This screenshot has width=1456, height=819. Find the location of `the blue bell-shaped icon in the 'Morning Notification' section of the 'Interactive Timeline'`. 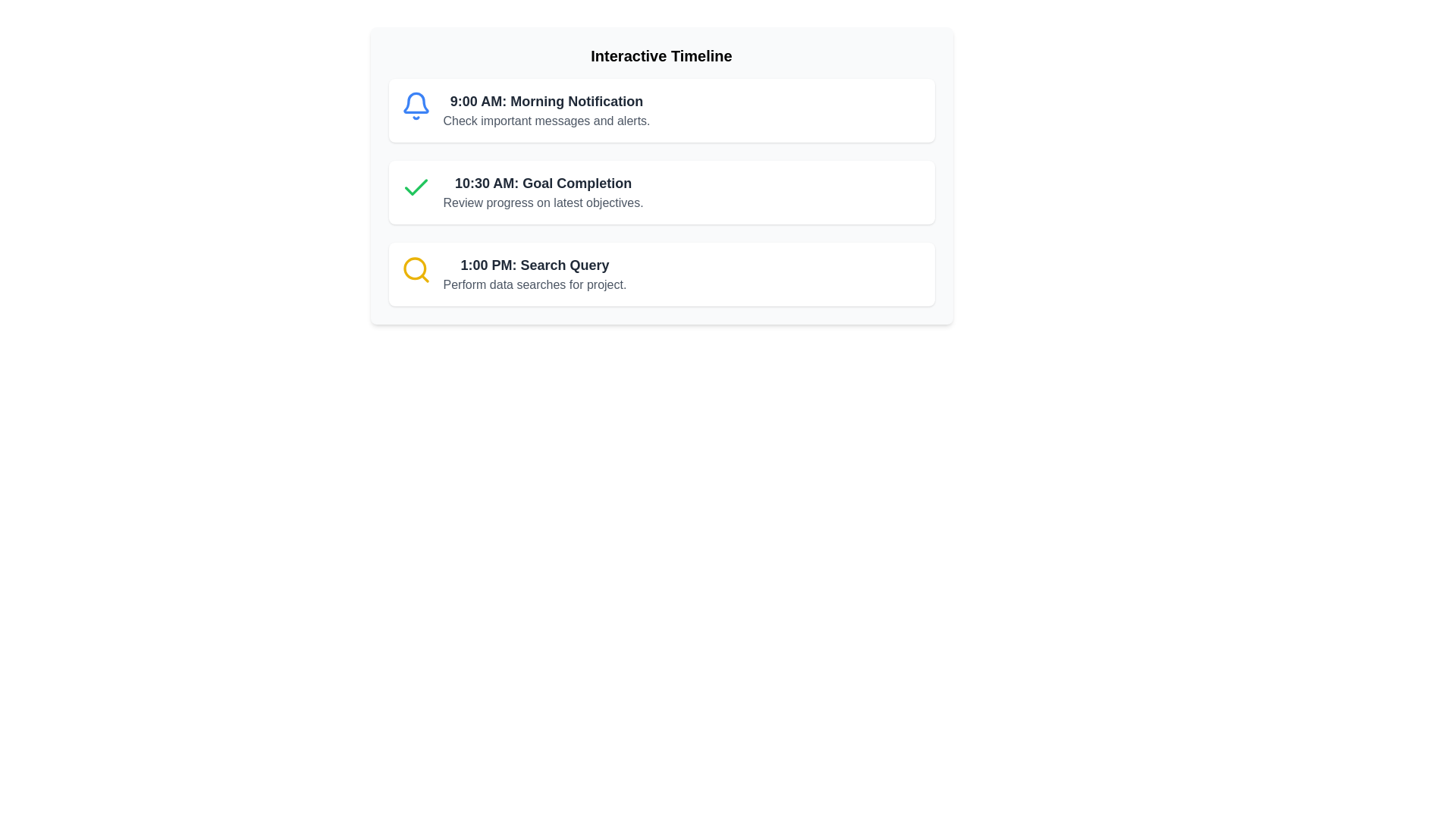

the blue bell-shaped icon in the 'Morning Notification' section of the 'Interactive Timeline' is located at coordinates (416, 102).